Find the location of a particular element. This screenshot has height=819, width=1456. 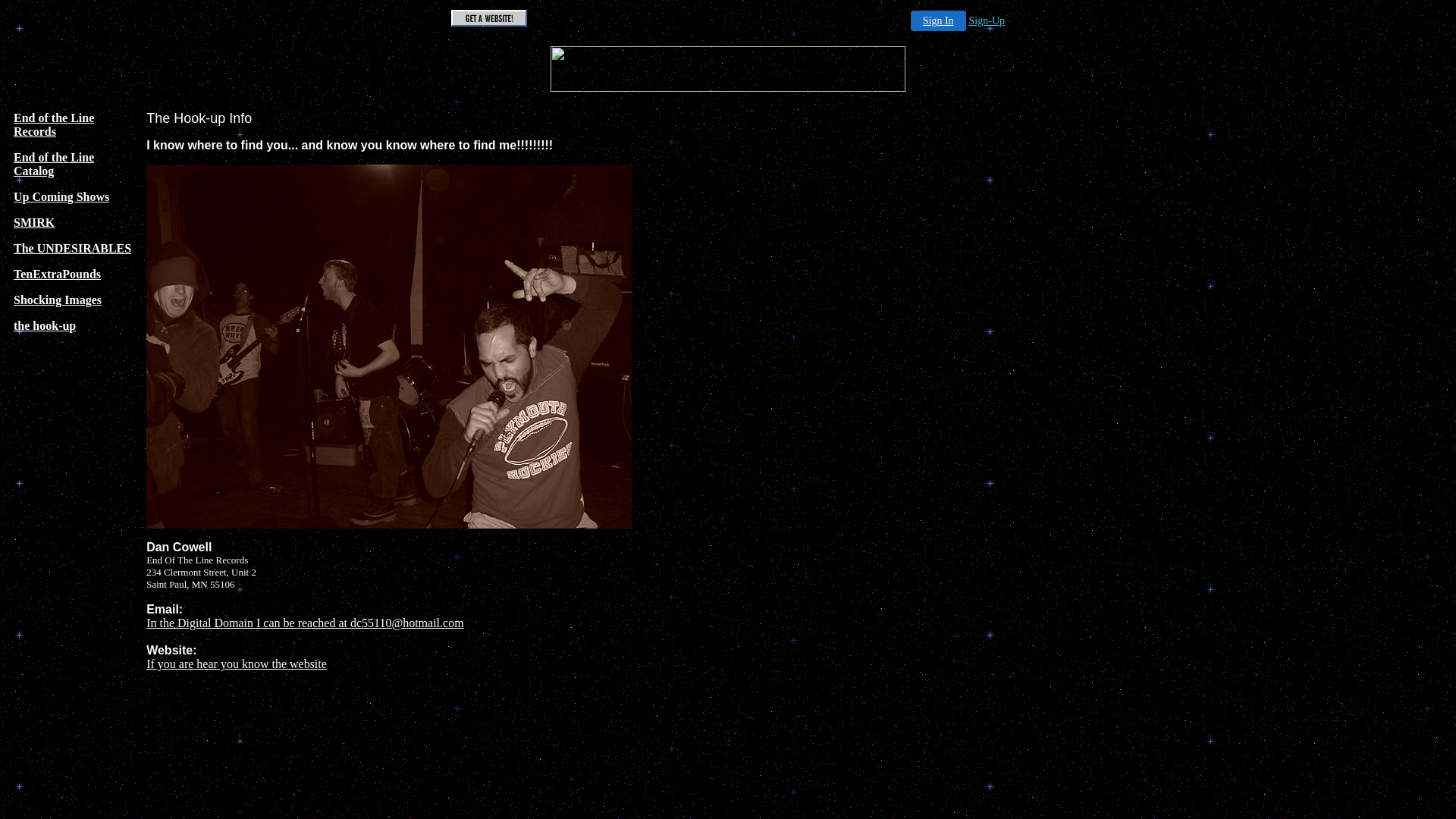

'Shocking Images' is located at coordinates (58, 300).